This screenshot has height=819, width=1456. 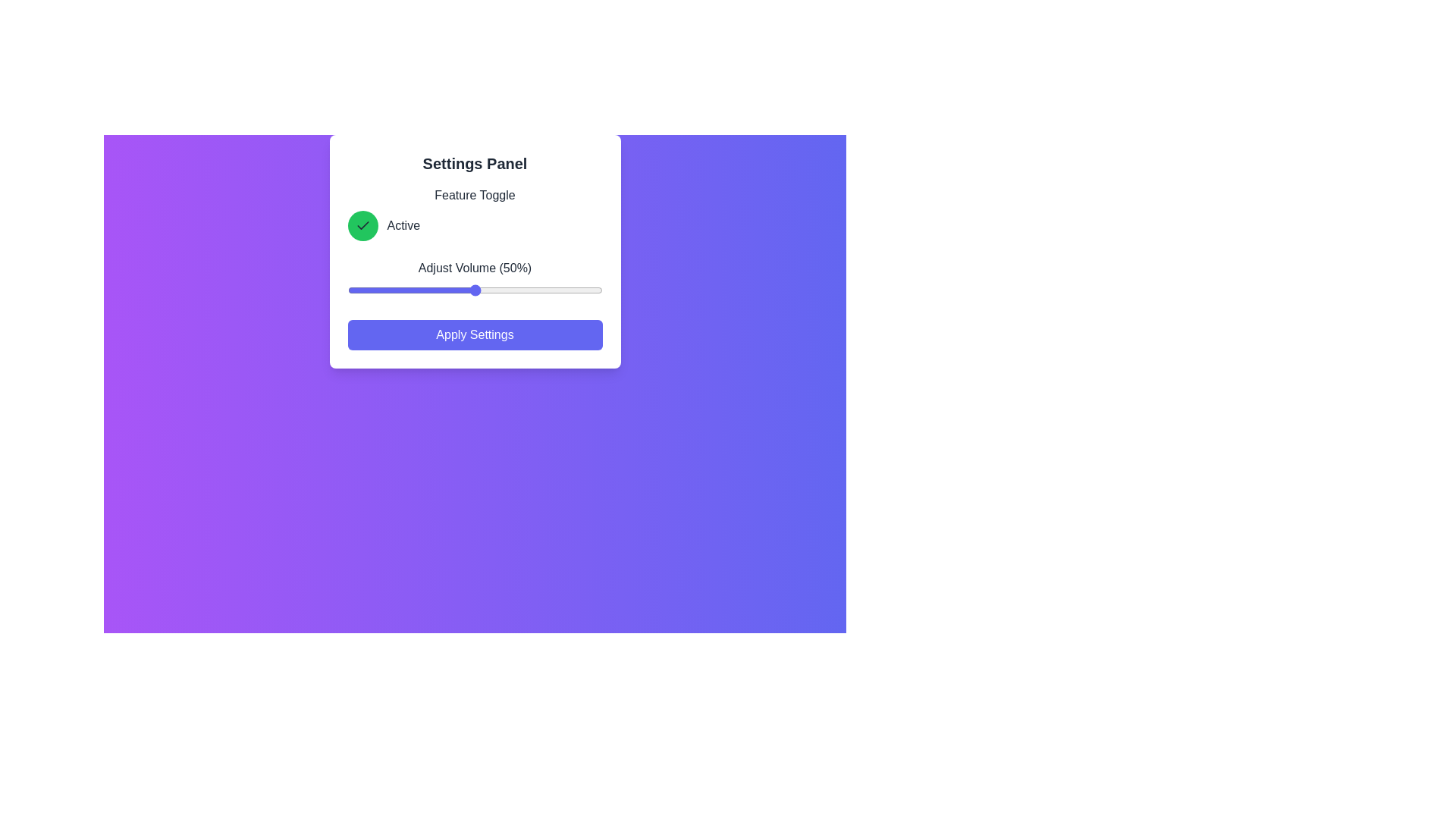 I want to click on the volume, so click(x=428, y=290).